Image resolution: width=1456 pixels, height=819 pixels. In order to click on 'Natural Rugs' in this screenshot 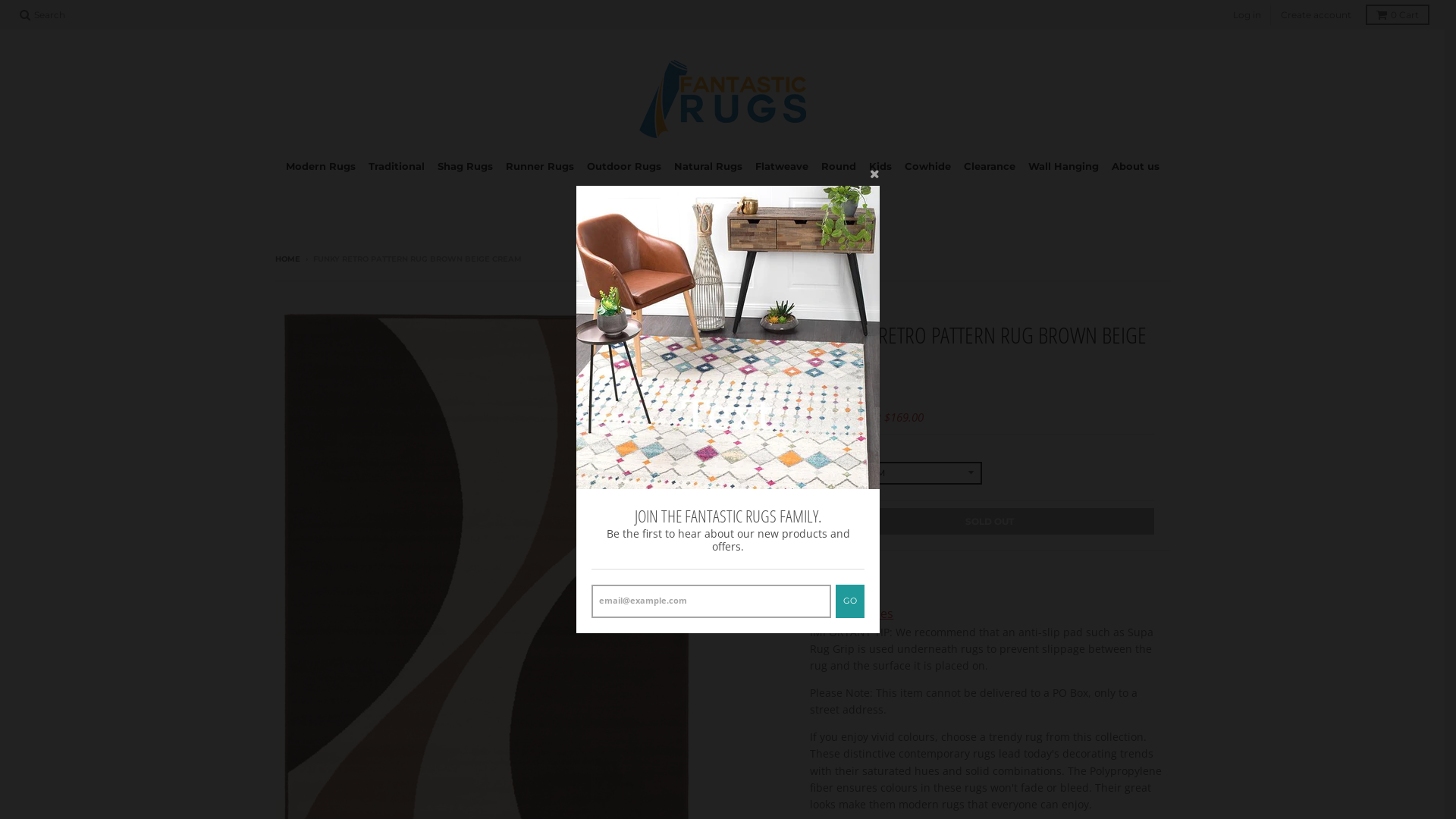, I will do `click(708, 166)`.